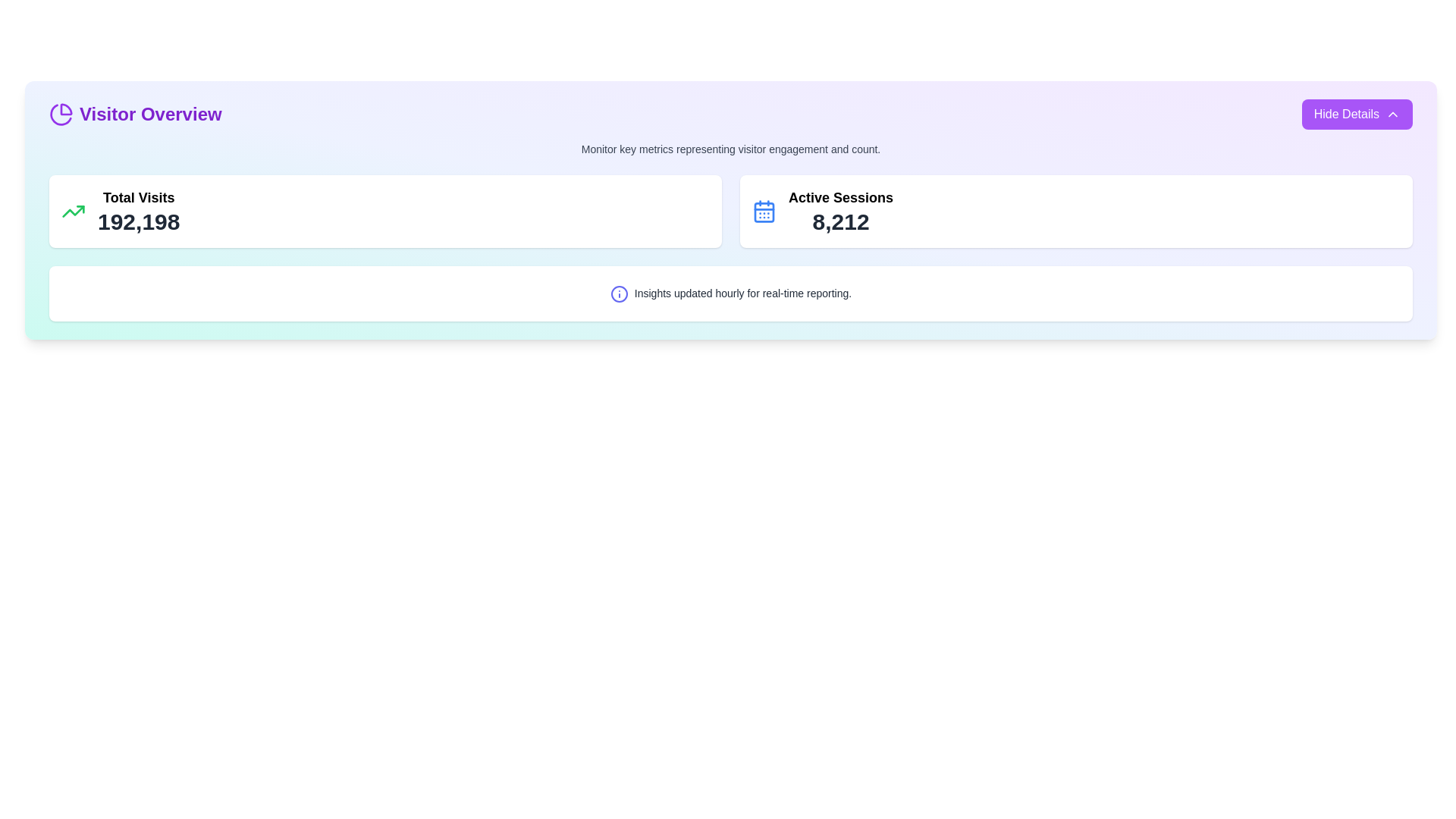 The width and height of the screenshot is (1456, 819). Describe the element at coordinates (764, 211) in the screenshot. I see `the calendar icon with a bluish tint located at the top-right section of the interface, next to 'Active Sessions' and above '8,212'` at that location.